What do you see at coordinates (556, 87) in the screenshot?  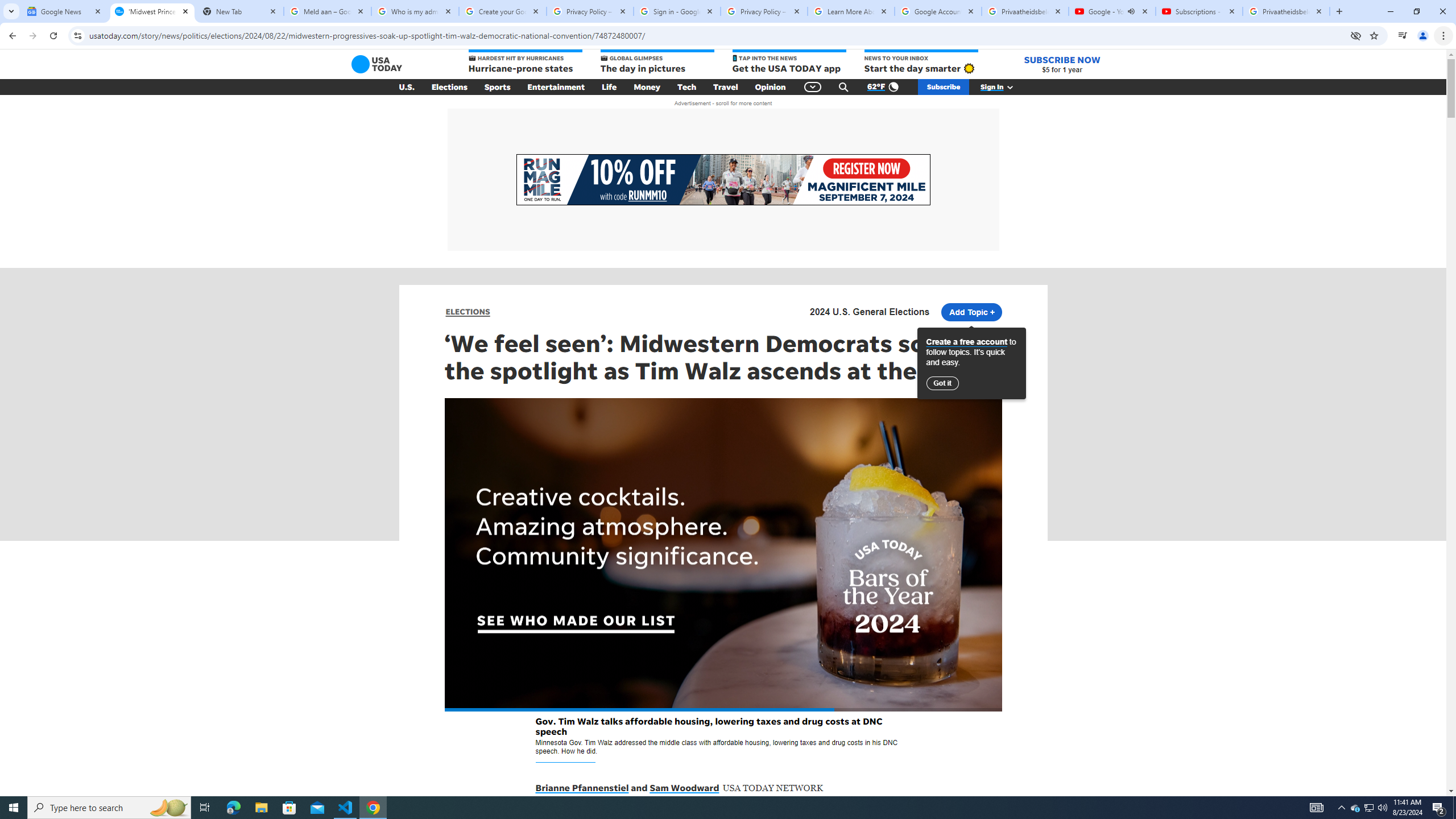 I see `'Entertainment'` at bounding box center [556, 87].